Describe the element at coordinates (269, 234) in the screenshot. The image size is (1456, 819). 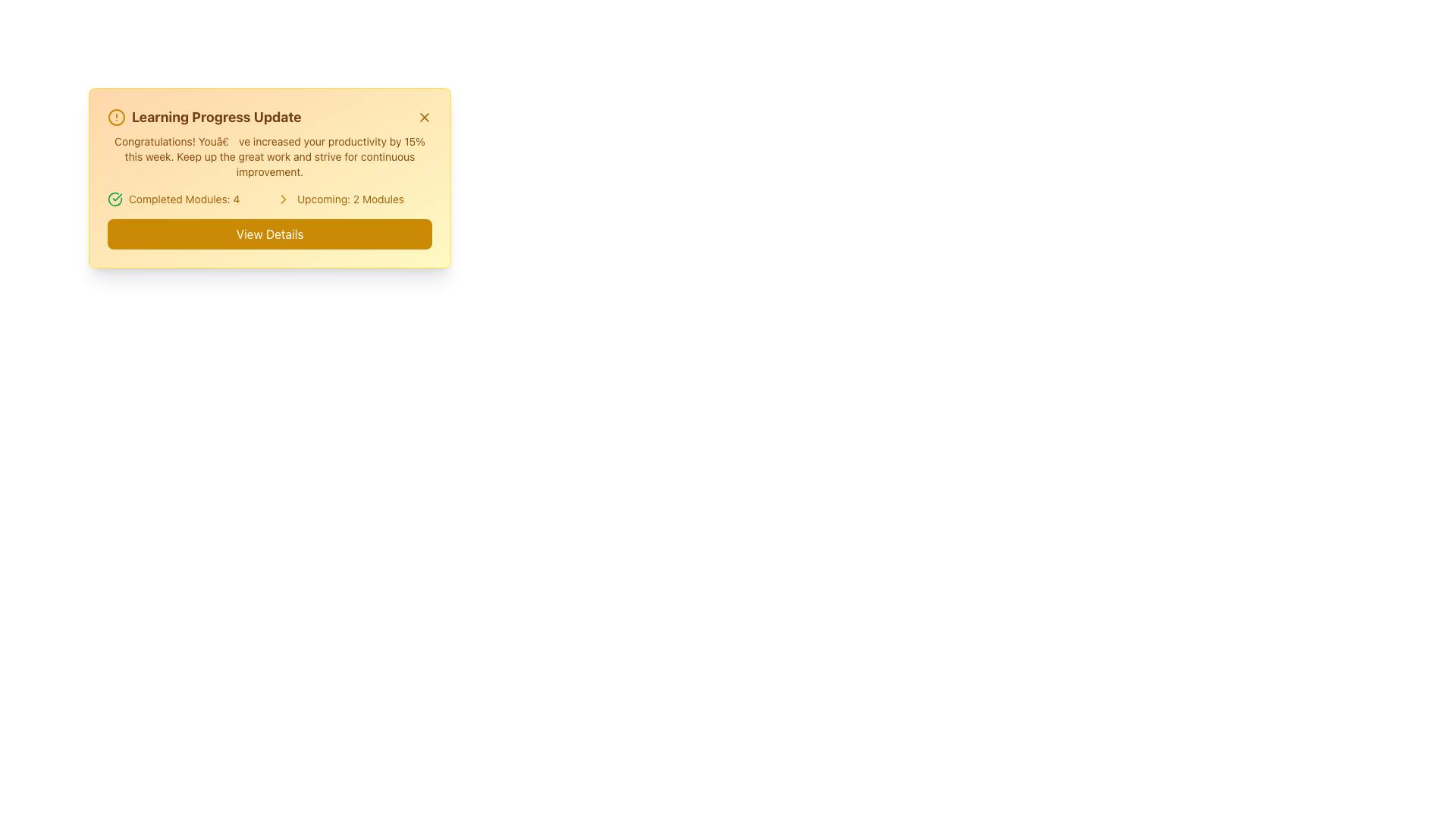
I see `the 'View Details' button, which is a rectangular button with a yellow background and white text, to potentially see additional visual effects` at that location.